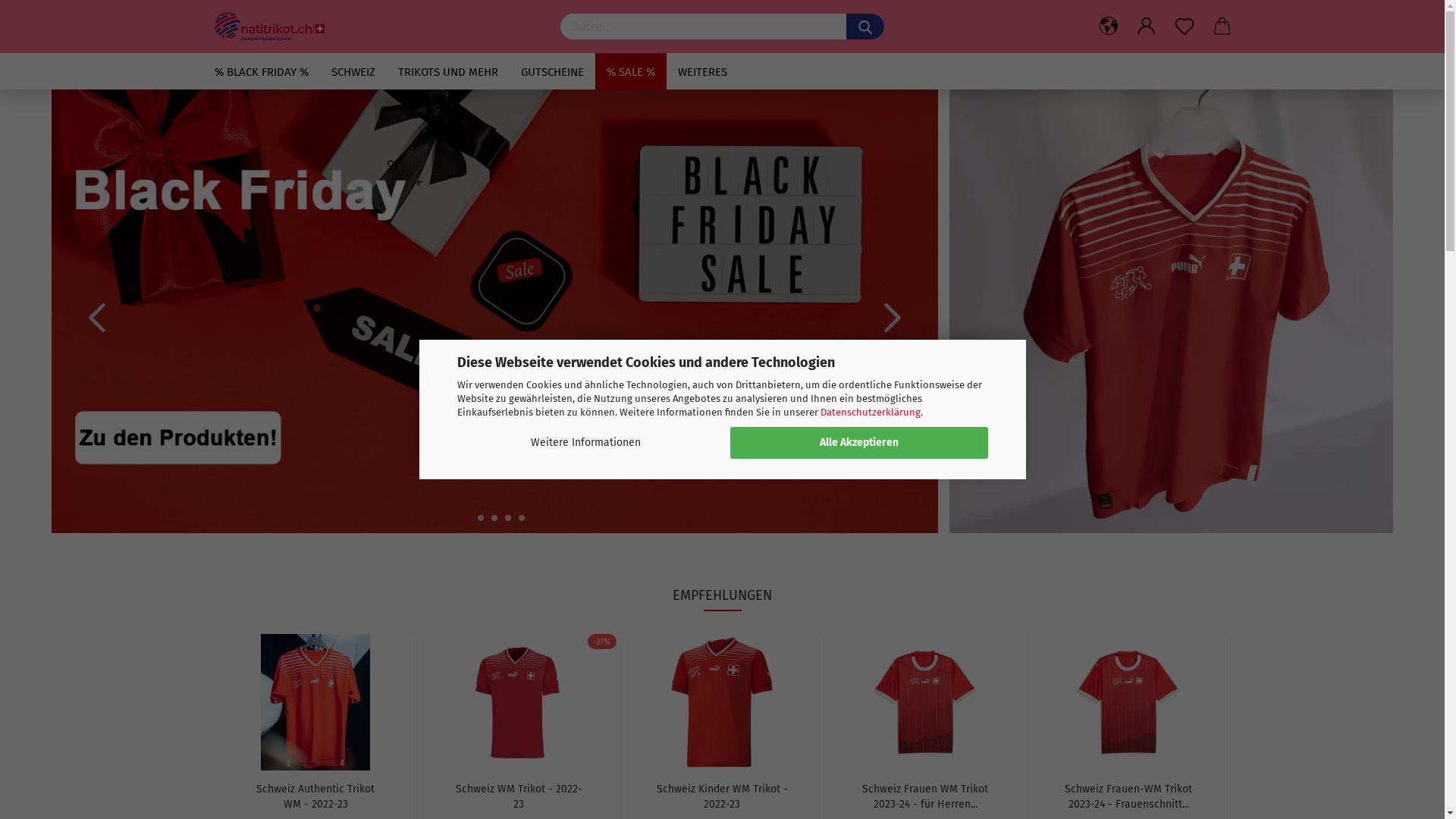 This screenshot has height=819, width=1456. Describe the element at coordinates (450, 794) in the screenshot. I see `'Schweiz WM Trikot - 2022-23'` at that location.